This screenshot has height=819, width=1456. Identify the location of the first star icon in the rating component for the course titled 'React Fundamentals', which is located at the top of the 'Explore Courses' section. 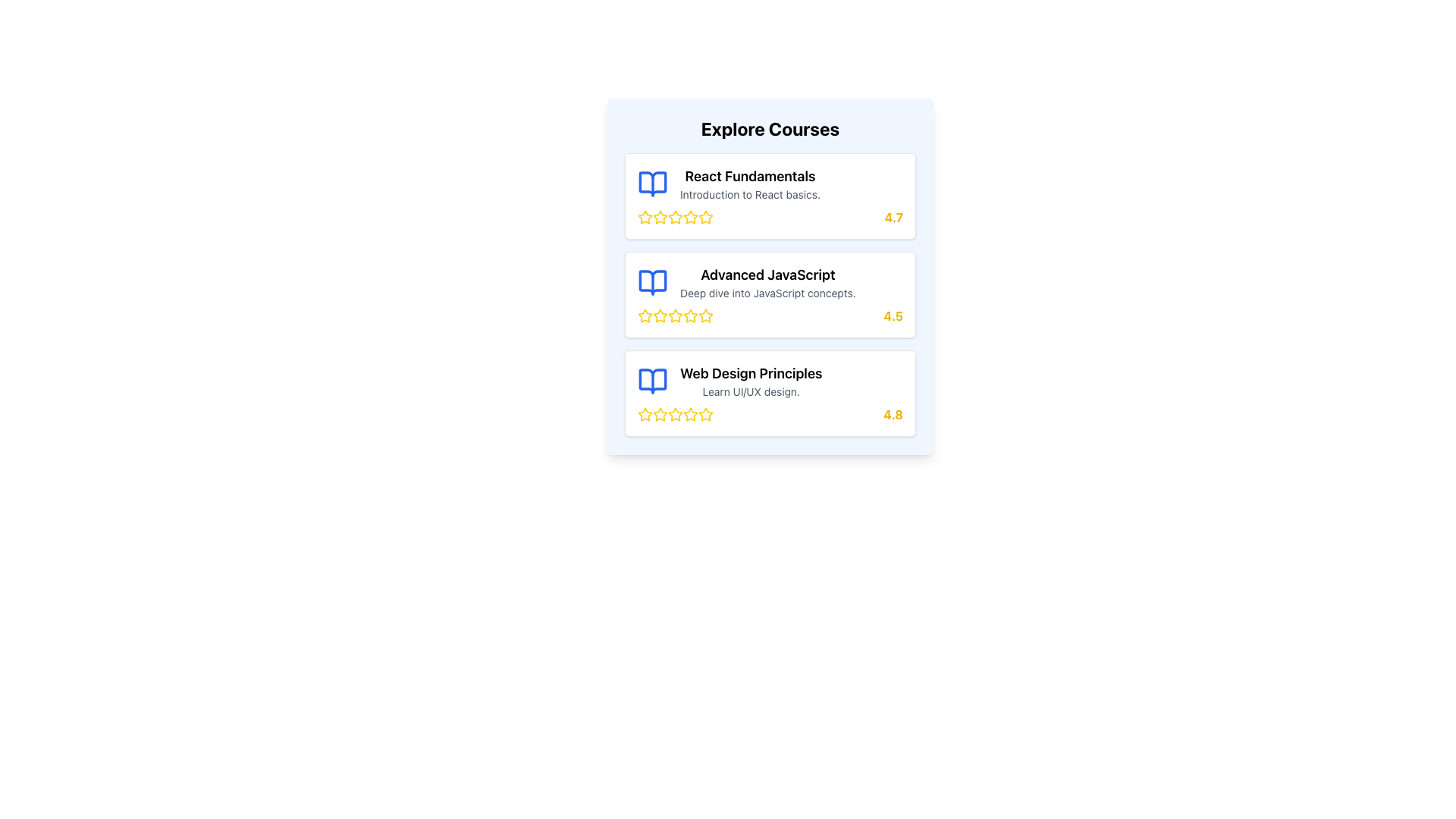
(645, 217).